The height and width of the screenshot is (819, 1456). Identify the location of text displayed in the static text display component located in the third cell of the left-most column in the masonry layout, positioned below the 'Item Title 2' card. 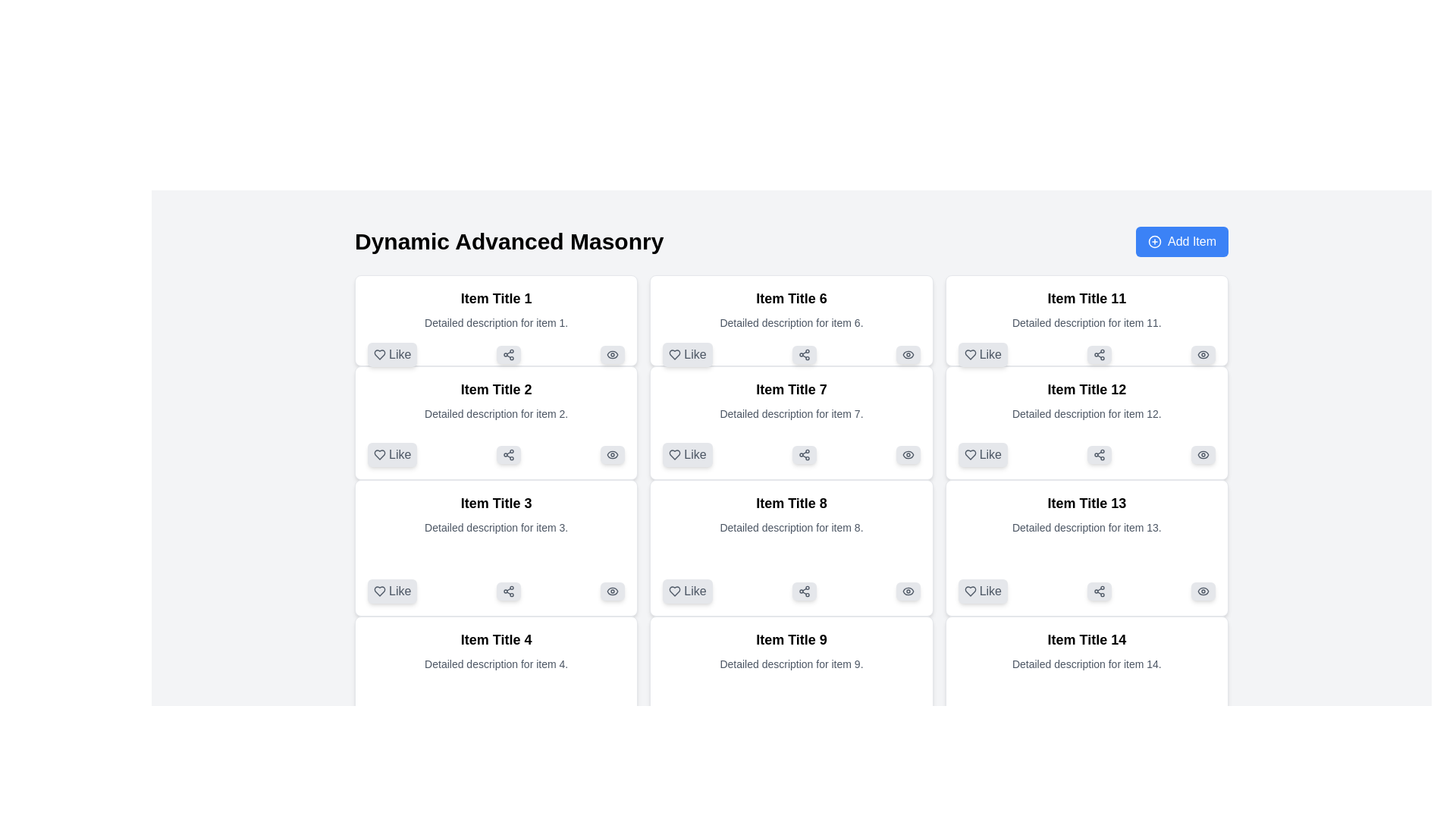
(496, 529).